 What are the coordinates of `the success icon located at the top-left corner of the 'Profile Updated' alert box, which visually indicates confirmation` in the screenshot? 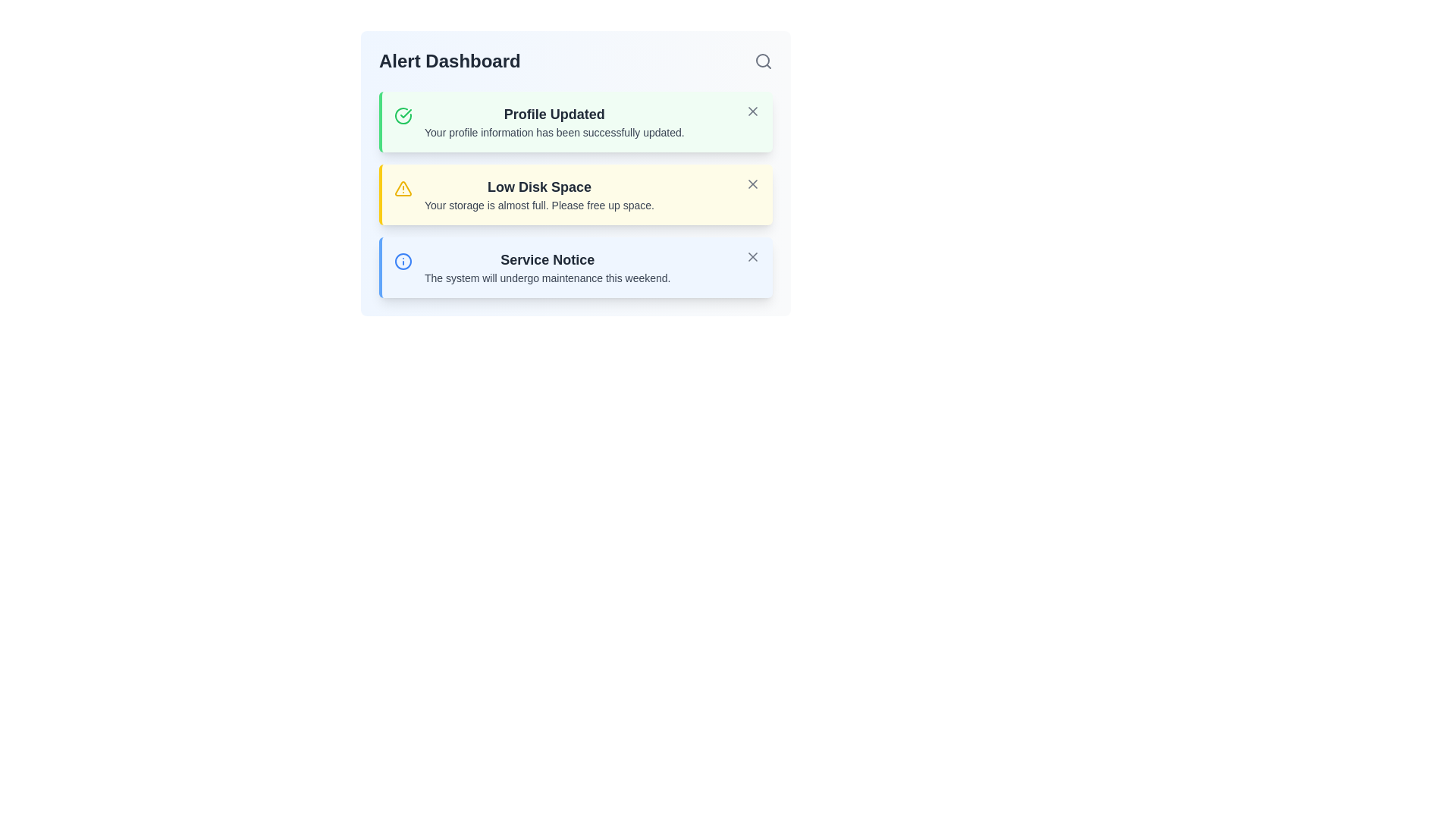 It's located at (403, 115).